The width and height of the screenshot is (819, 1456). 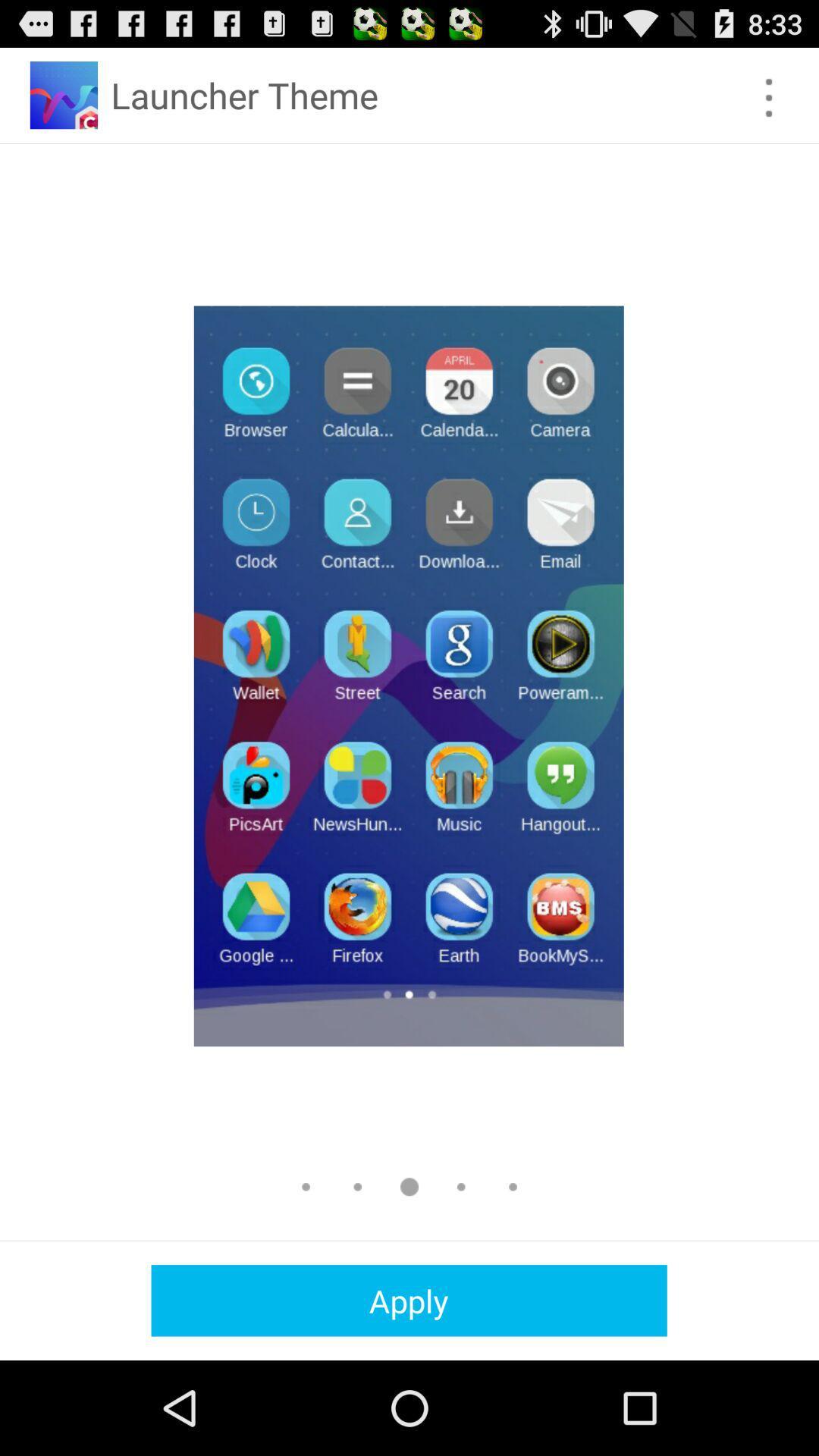 What do you see at coordinates (769, 97) in the screenshot?
I see `icon at the top right corner` at bounding box center [769, 97].